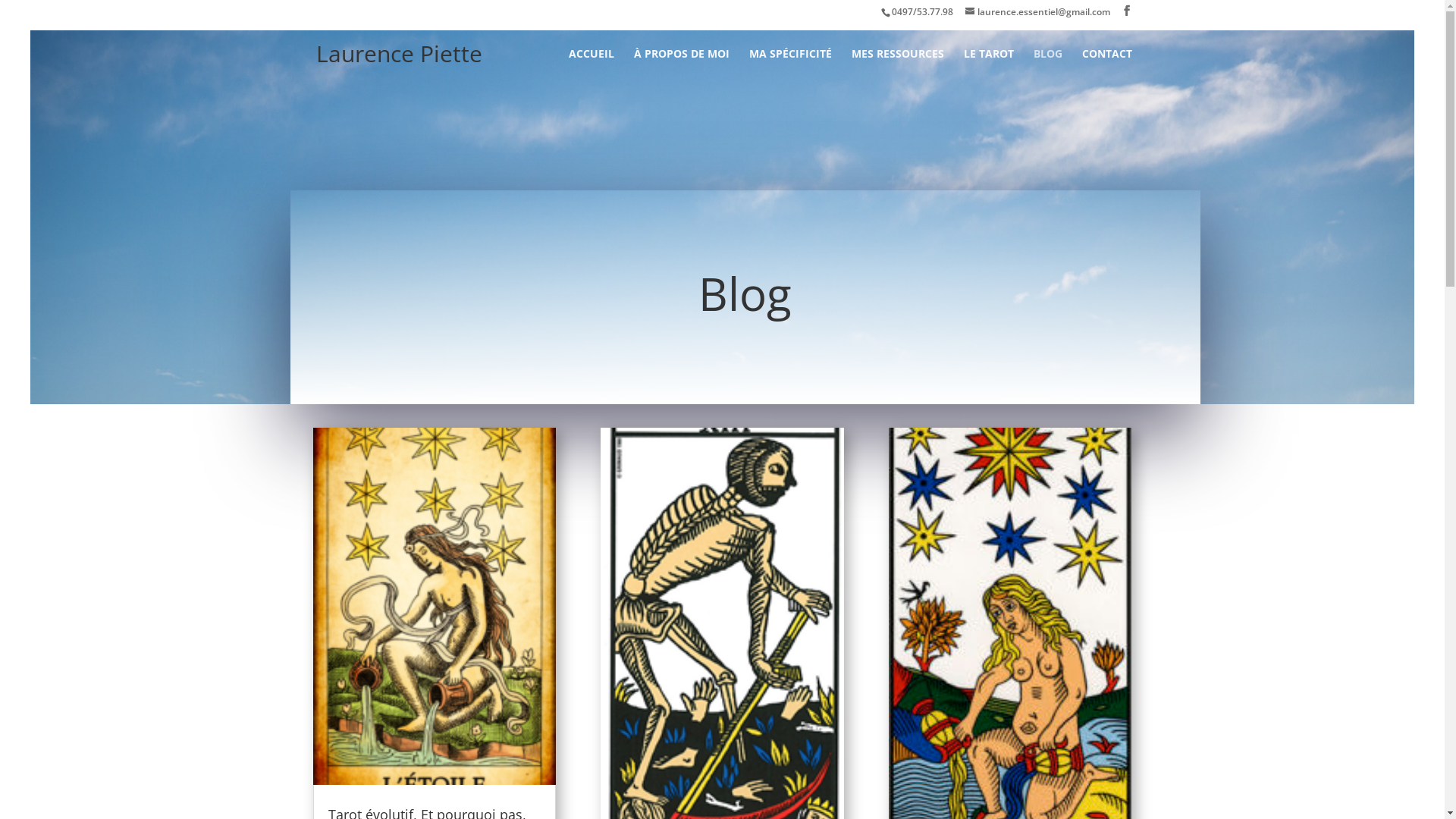 Image resolution: width=1456 pixels, height=819 pixels. I want to click on 'laurence.essentiel@gmail.com', so click(1036, 11).